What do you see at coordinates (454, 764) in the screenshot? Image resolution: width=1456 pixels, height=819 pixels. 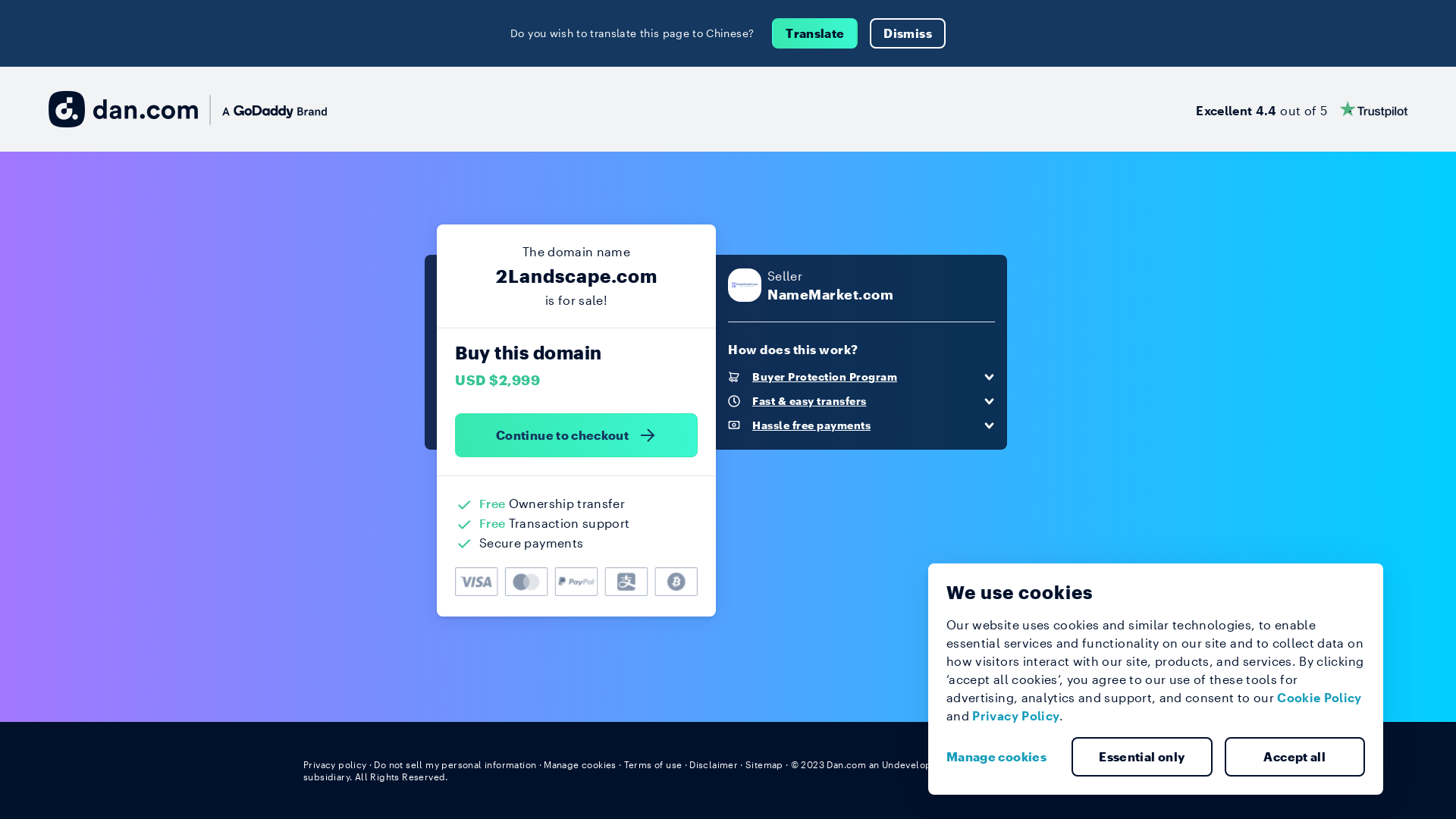 I see `'Do not sell my personal information'` at bounding box center [454, 764].